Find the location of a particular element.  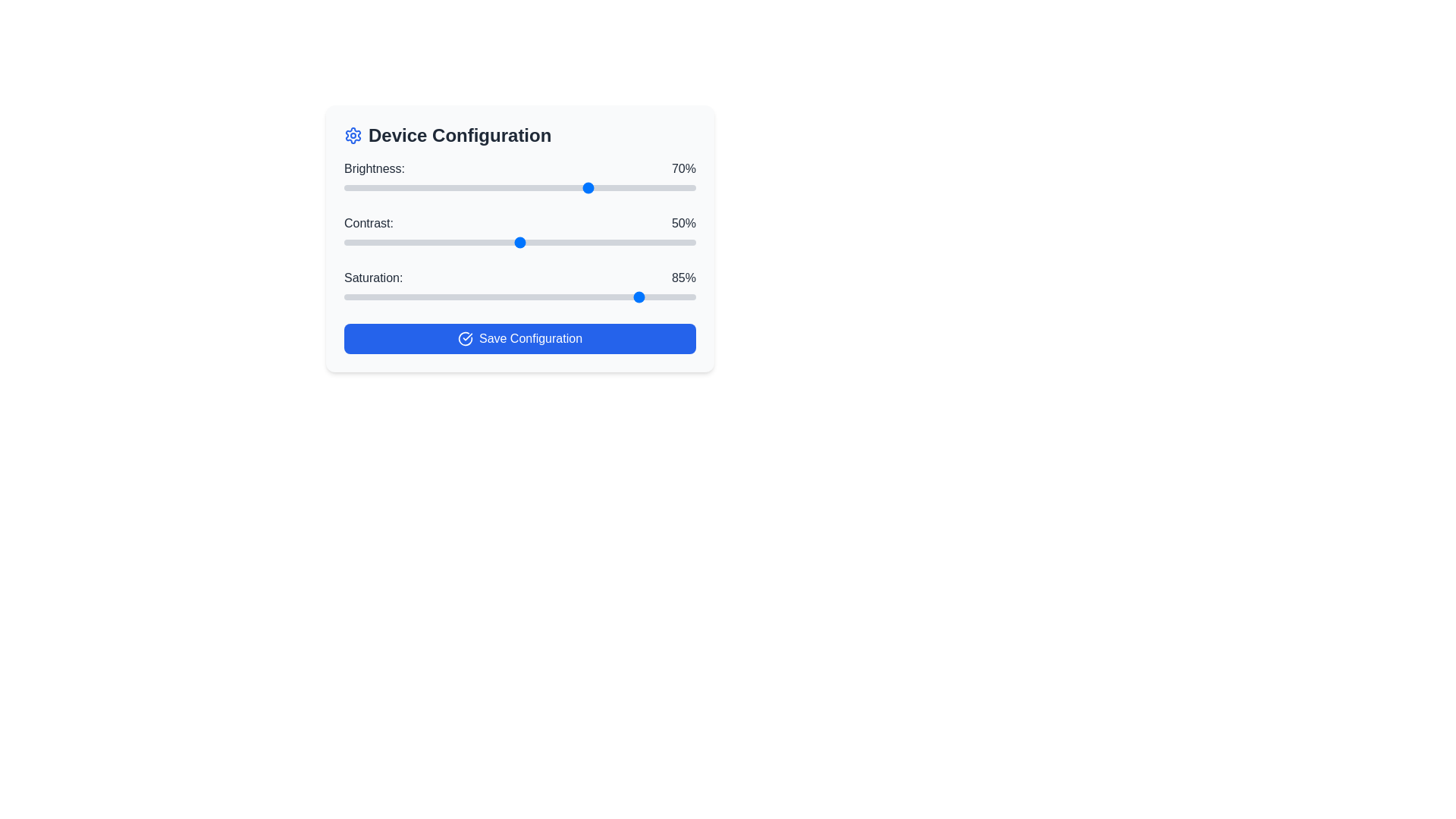

the horizontal slider to set the brightness at the specified point, which is marked with a circular handle at approximately 70% width, located beneath the 'Brightness:' label is located at coordinates (520, 187).